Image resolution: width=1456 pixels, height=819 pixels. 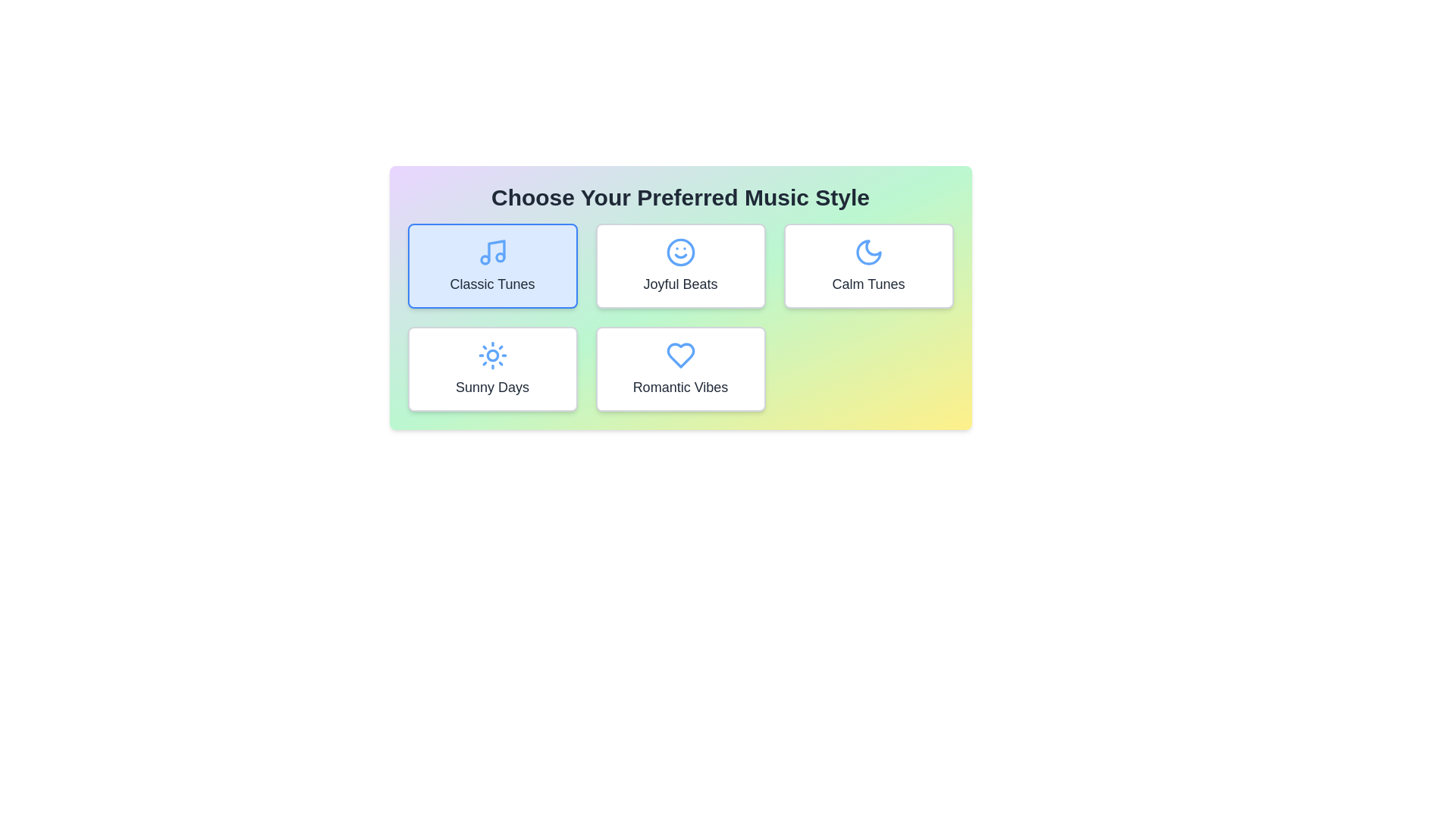 What do you see at coordinates (492, 386) in the screenshot?
I see `the text label describing the 'Sunny Days' option, located at the bottom of the second card in the grid layout beneath the title 'Choose Your Preferred Music Style'` at bounding box center [492, 386].